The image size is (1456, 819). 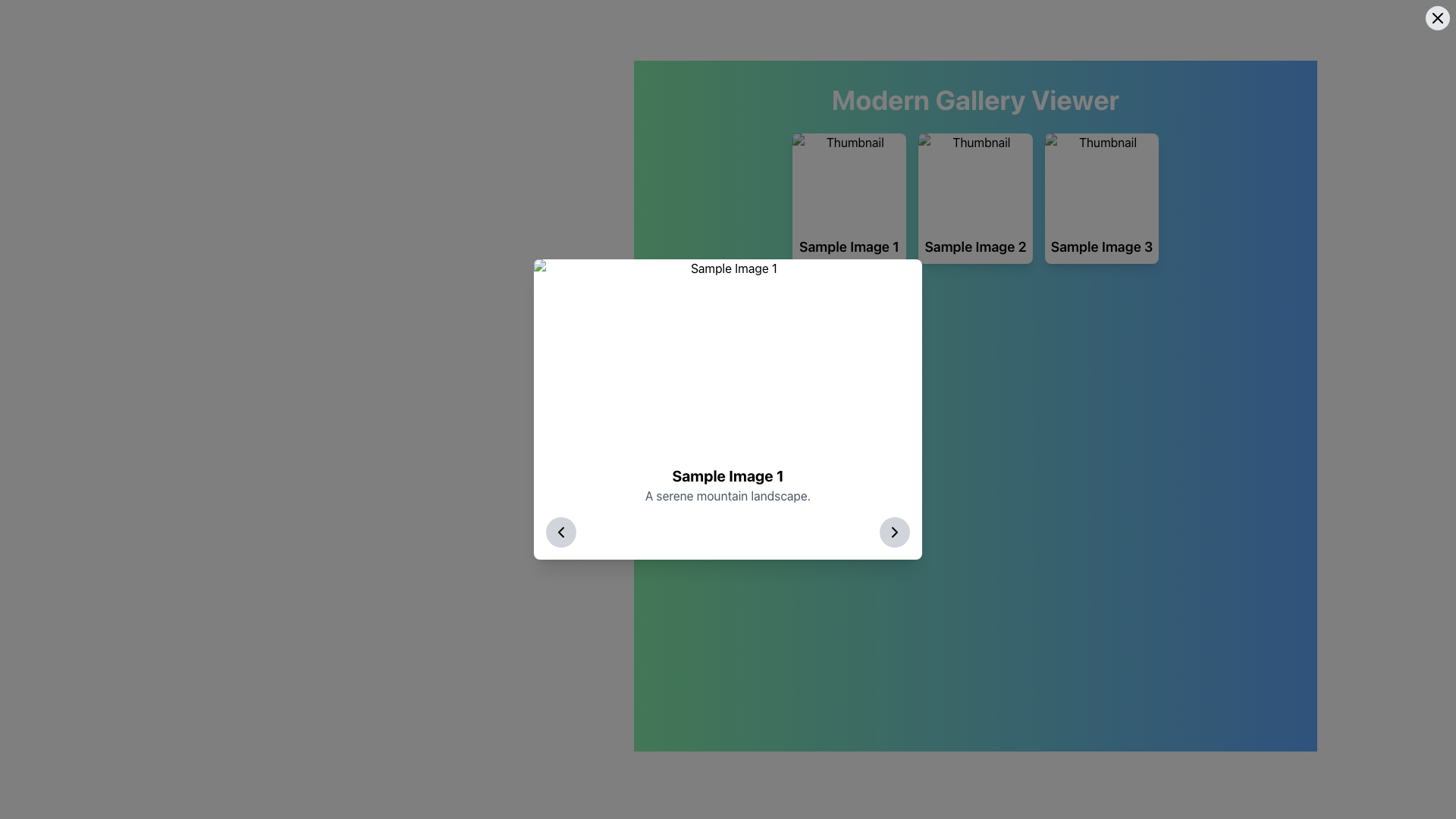 What do you see at coordinates (975, 99) in the screenshot?
I see `the header text element that indicates the application's purpose as 'Modern Gallery Viewer', located at the top-center of the interface` at bounding box center [975, 99].